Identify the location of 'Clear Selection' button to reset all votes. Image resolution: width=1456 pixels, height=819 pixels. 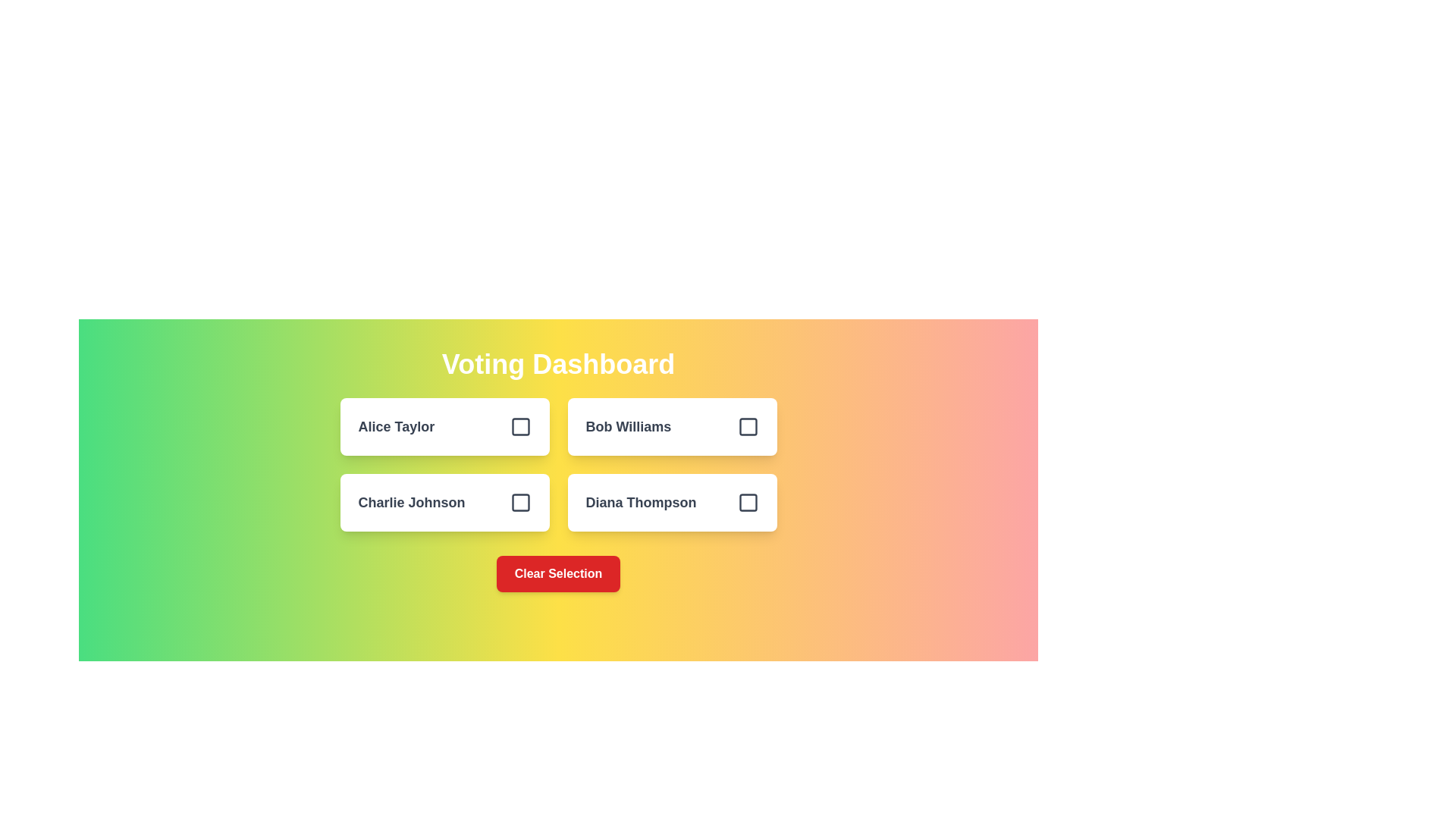
(557, 573).